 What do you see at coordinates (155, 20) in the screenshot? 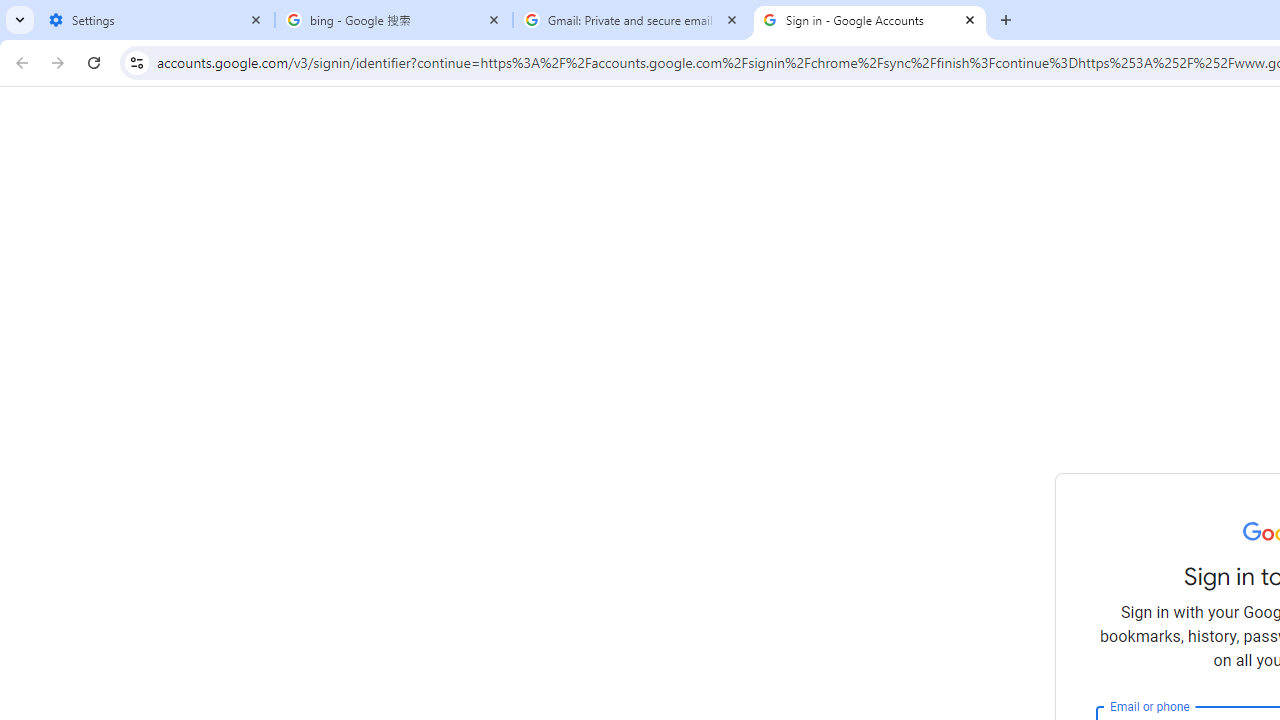
I see `'Settings'` at bounding box center [155, 20].